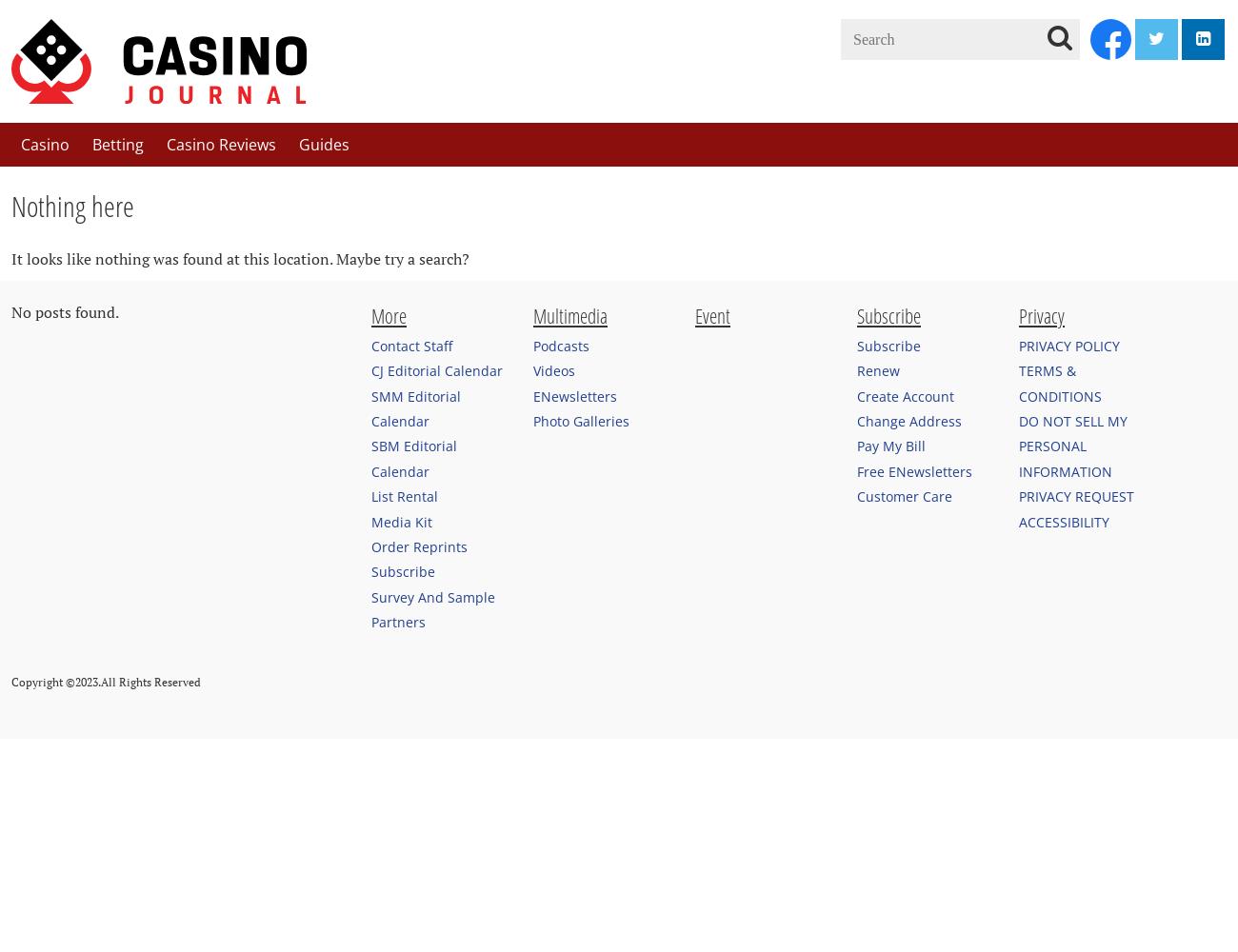 This screenshot has height=952, width=1238. What do you see at coordinates (10, 205) in the screenshot?
I see `'Nothing here'` at bounding box center [10, 205].